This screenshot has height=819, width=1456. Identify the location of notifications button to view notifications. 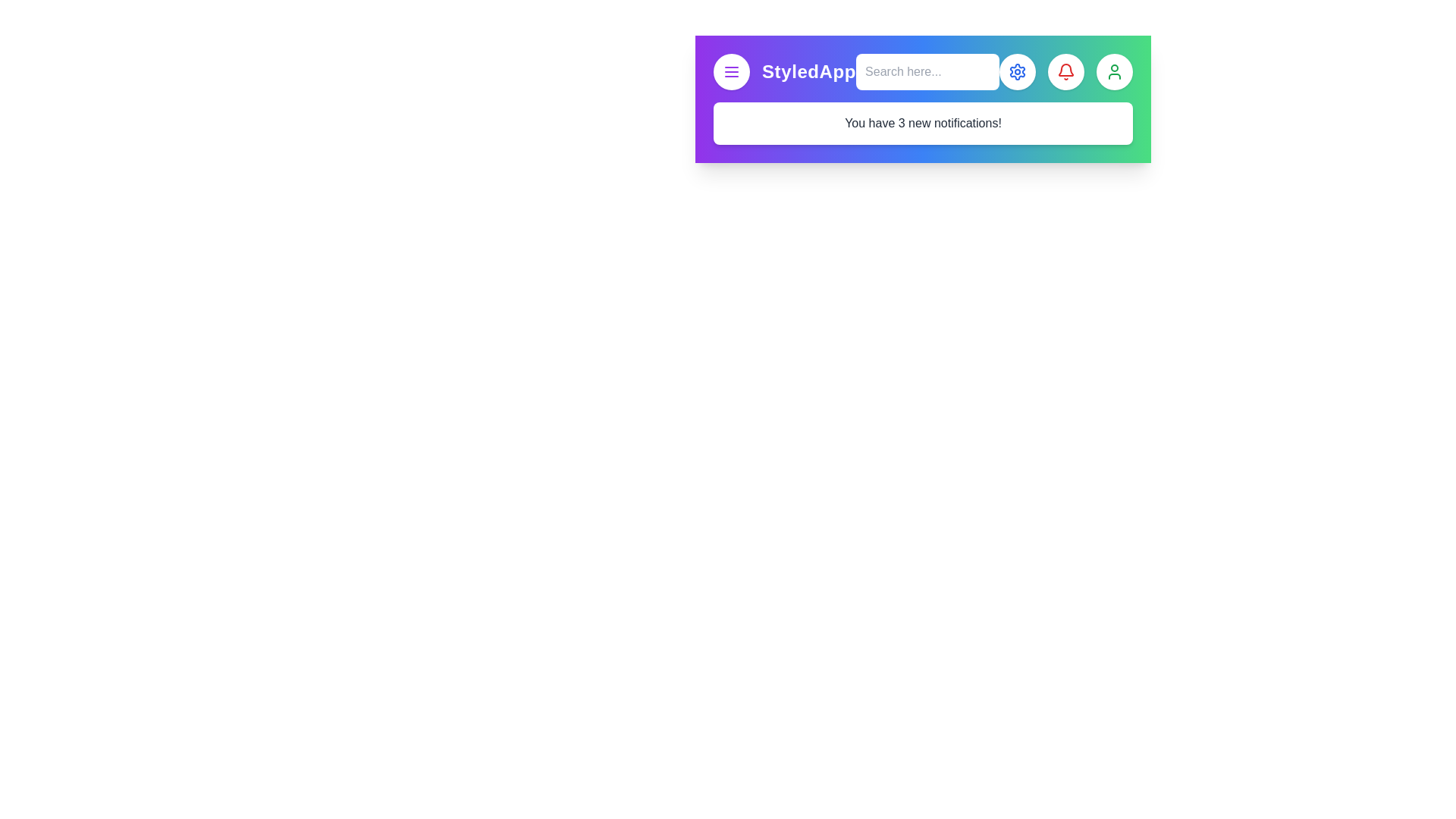
(1065, 72).